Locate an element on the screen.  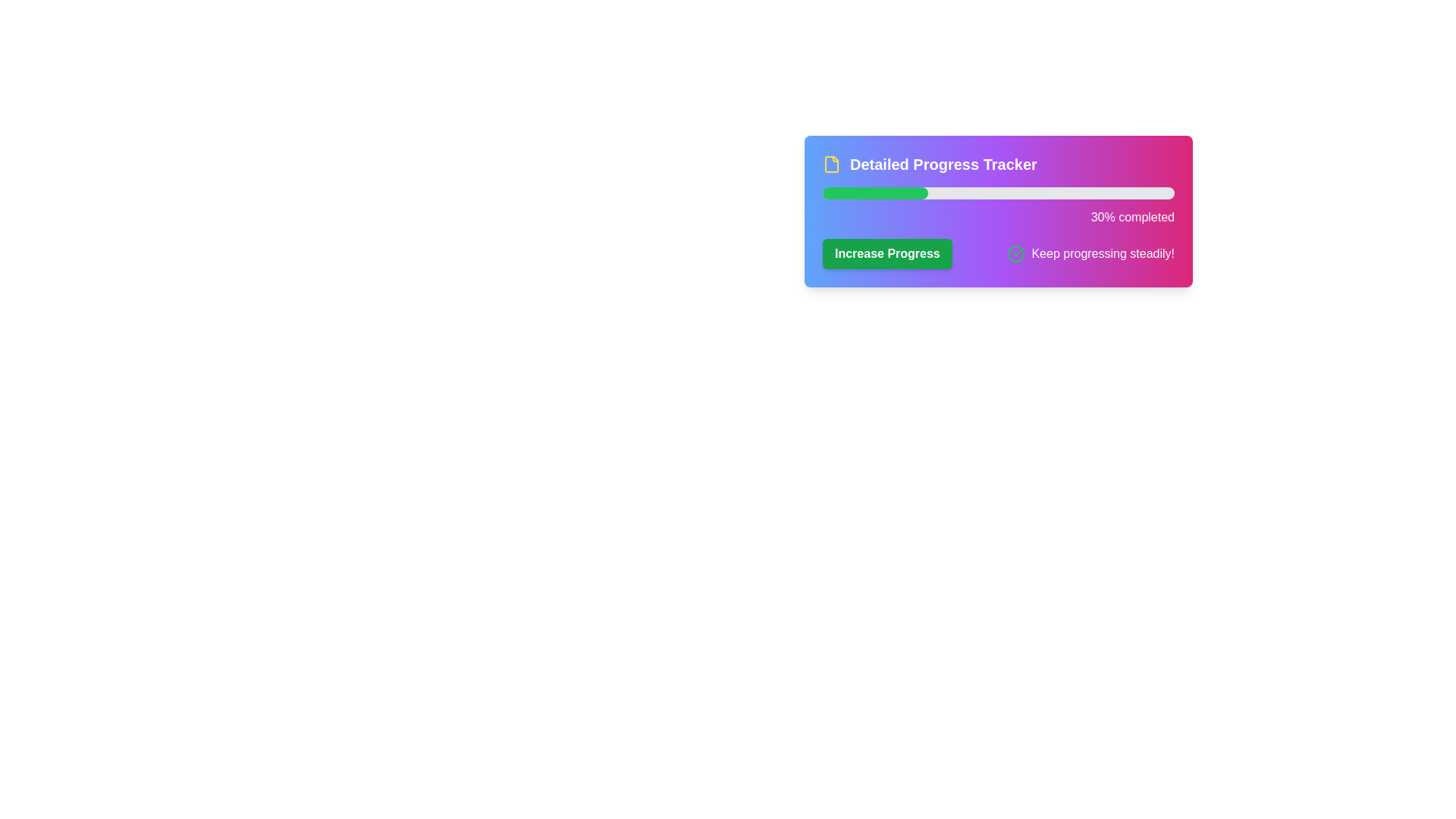
the button that increases progress in the task tracking system is located at coordinates (887, 253).